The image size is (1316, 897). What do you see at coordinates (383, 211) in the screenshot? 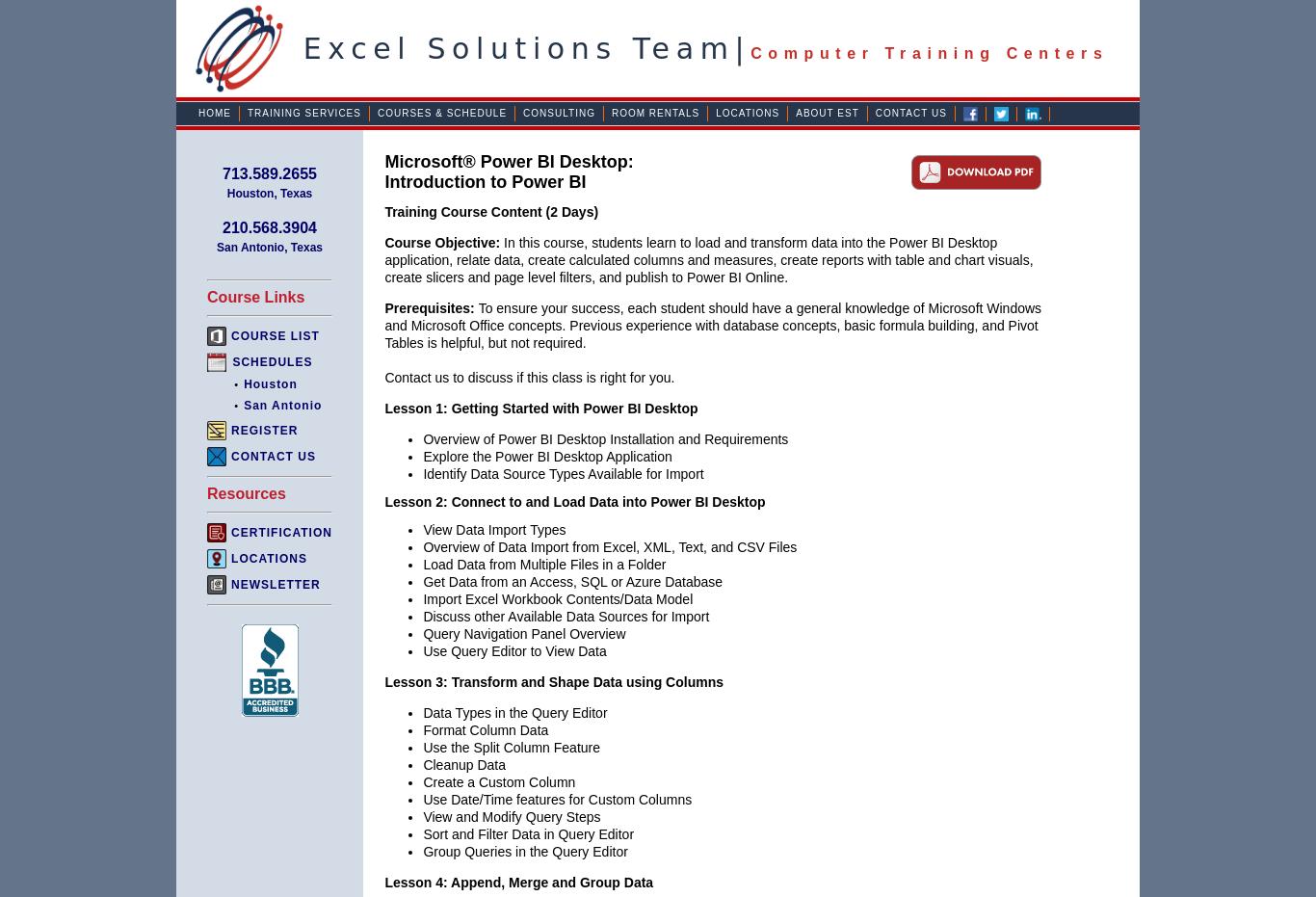
I see `'Training Course Content (2 Days)'` at bounding box center [383, 211].